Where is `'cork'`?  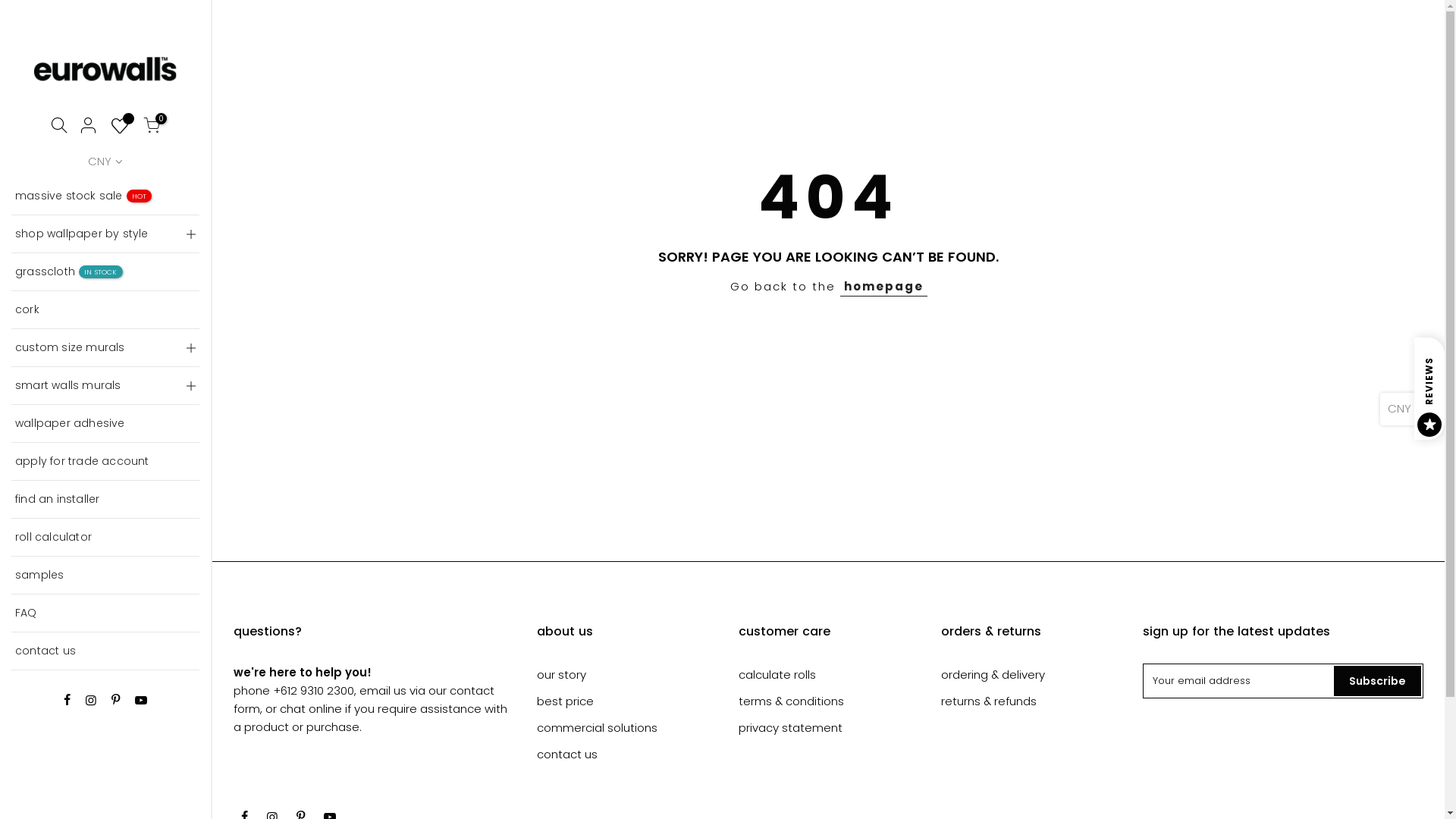 'cork' is located at coordinates (105, 309).